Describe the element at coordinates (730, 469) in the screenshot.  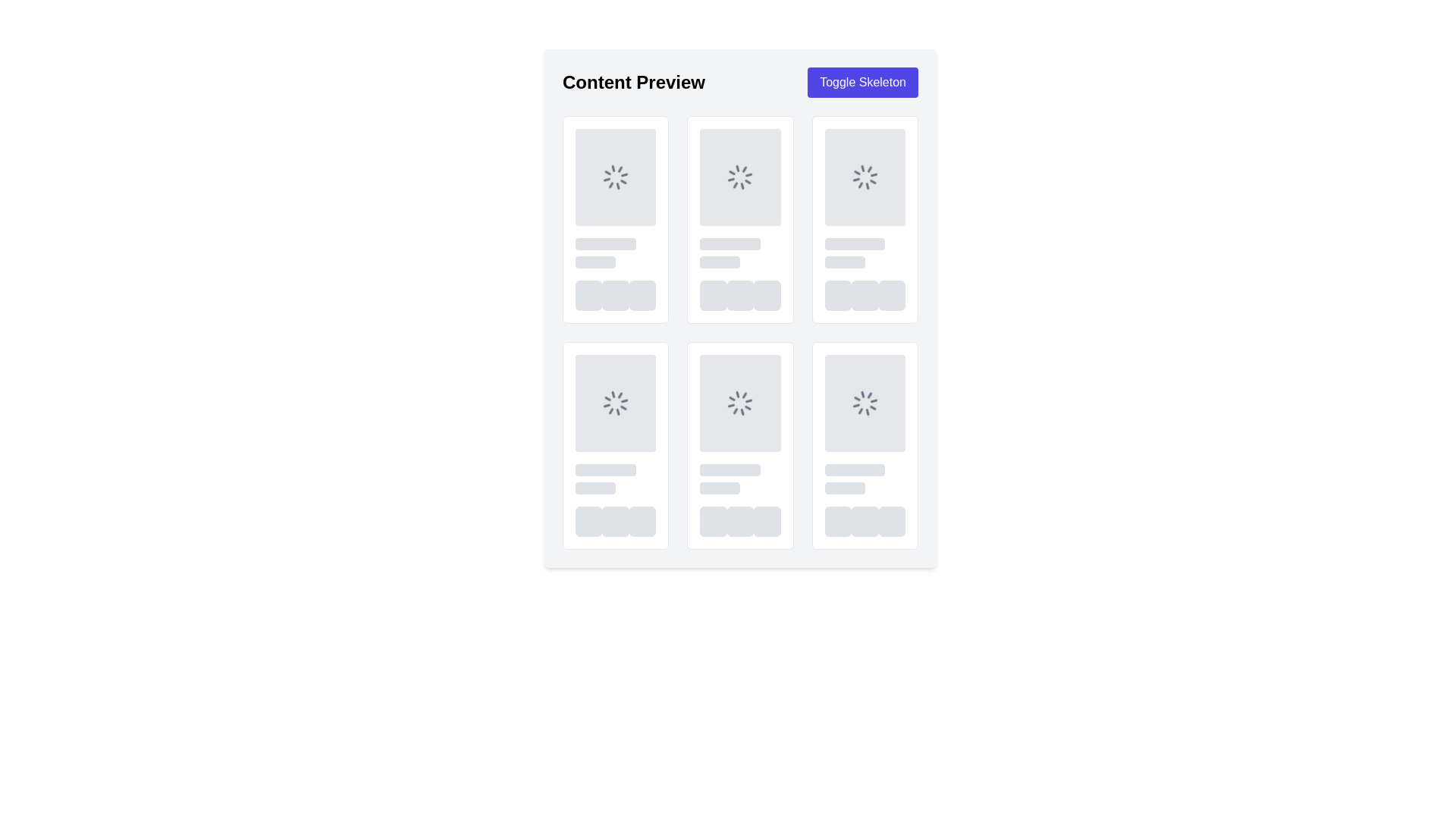
I see `the visual placeholder located in the second entry of the bottom row in a 3x2 grid layout, positioned slightly above the centered text placeholders` at that location.